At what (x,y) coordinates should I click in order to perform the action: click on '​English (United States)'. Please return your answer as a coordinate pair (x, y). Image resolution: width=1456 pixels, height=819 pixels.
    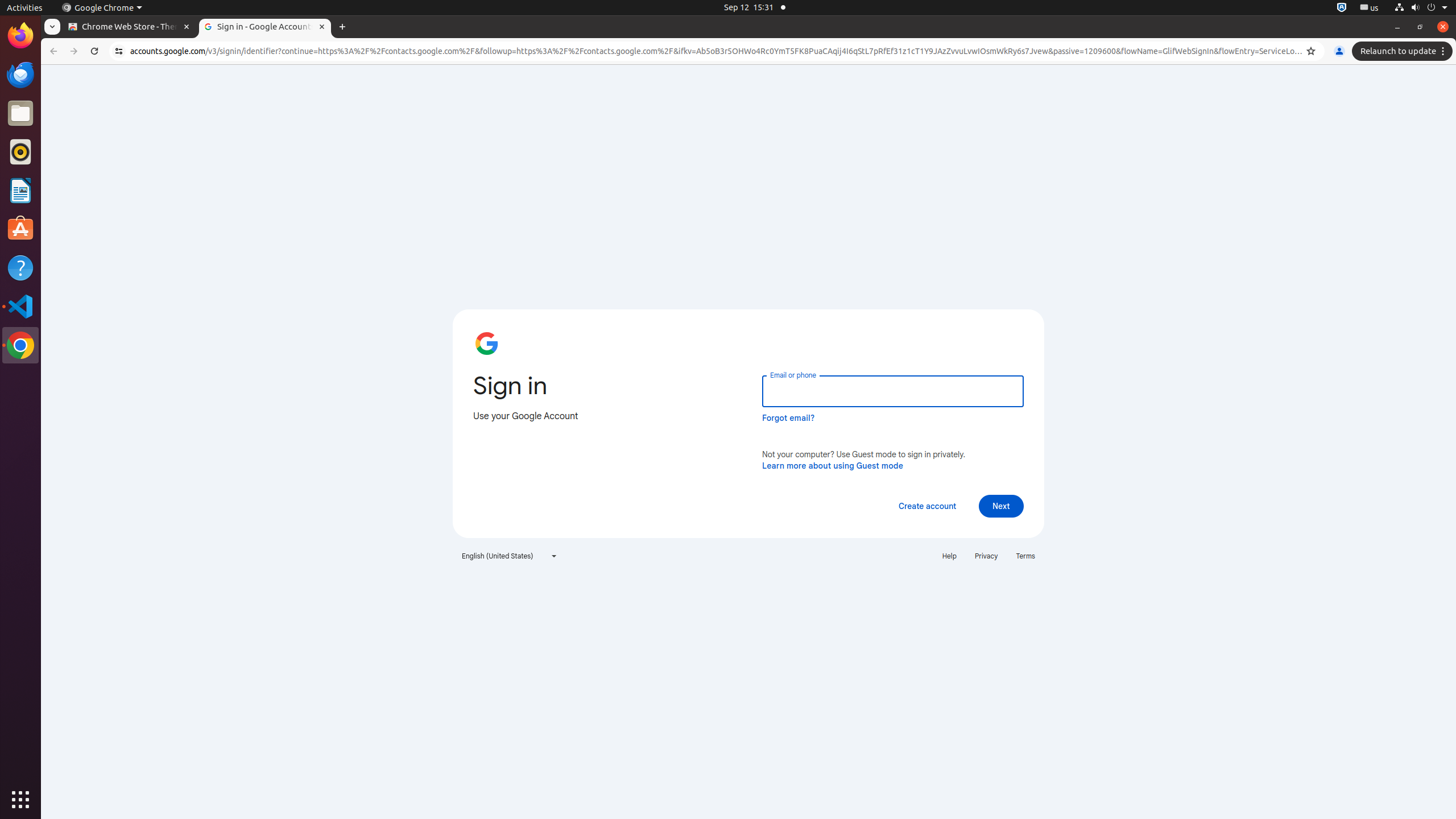
    Looking at the image, I should click on (510, 556).